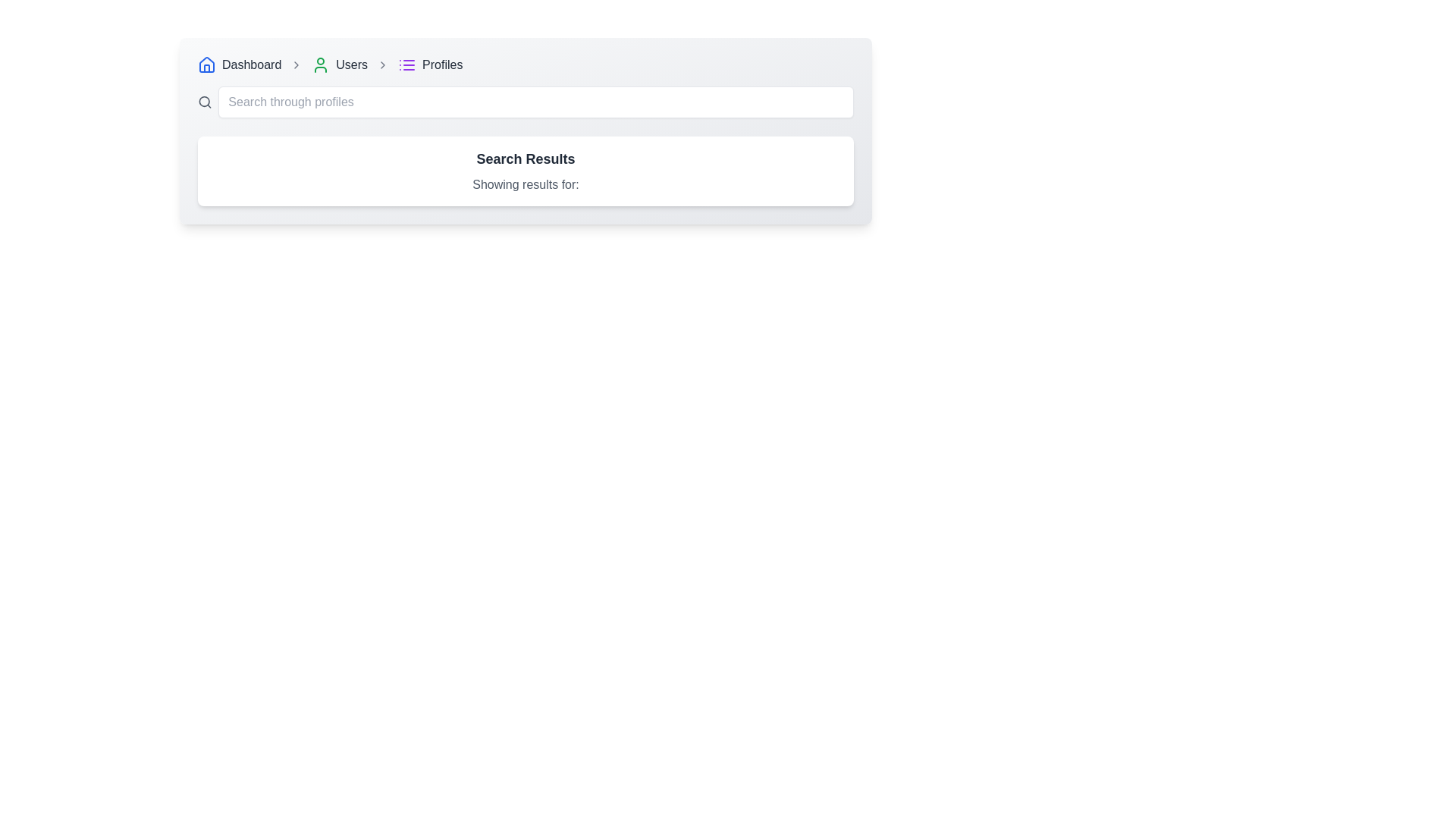  Describe the element at coordinates (526, 158) in the screenshot. I see `the bold title text label that reads 'Search Results', which is centrally located above the text 'Showing results for:' in the main content area` at that location.